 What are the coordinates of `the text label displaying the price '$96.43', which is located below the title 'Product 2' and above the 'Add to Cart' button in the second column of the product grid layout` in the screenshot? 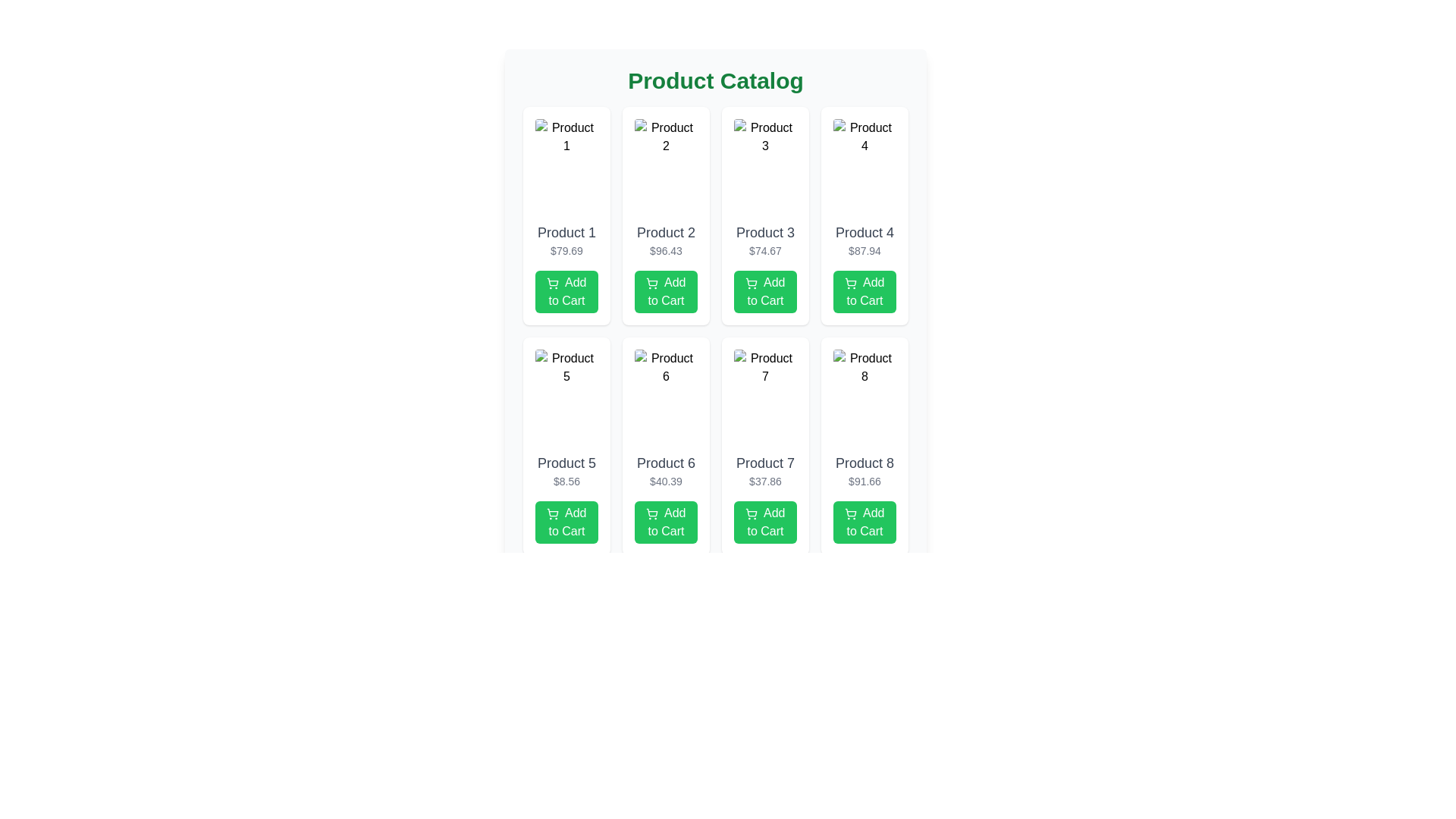 It's located at (666, 250).